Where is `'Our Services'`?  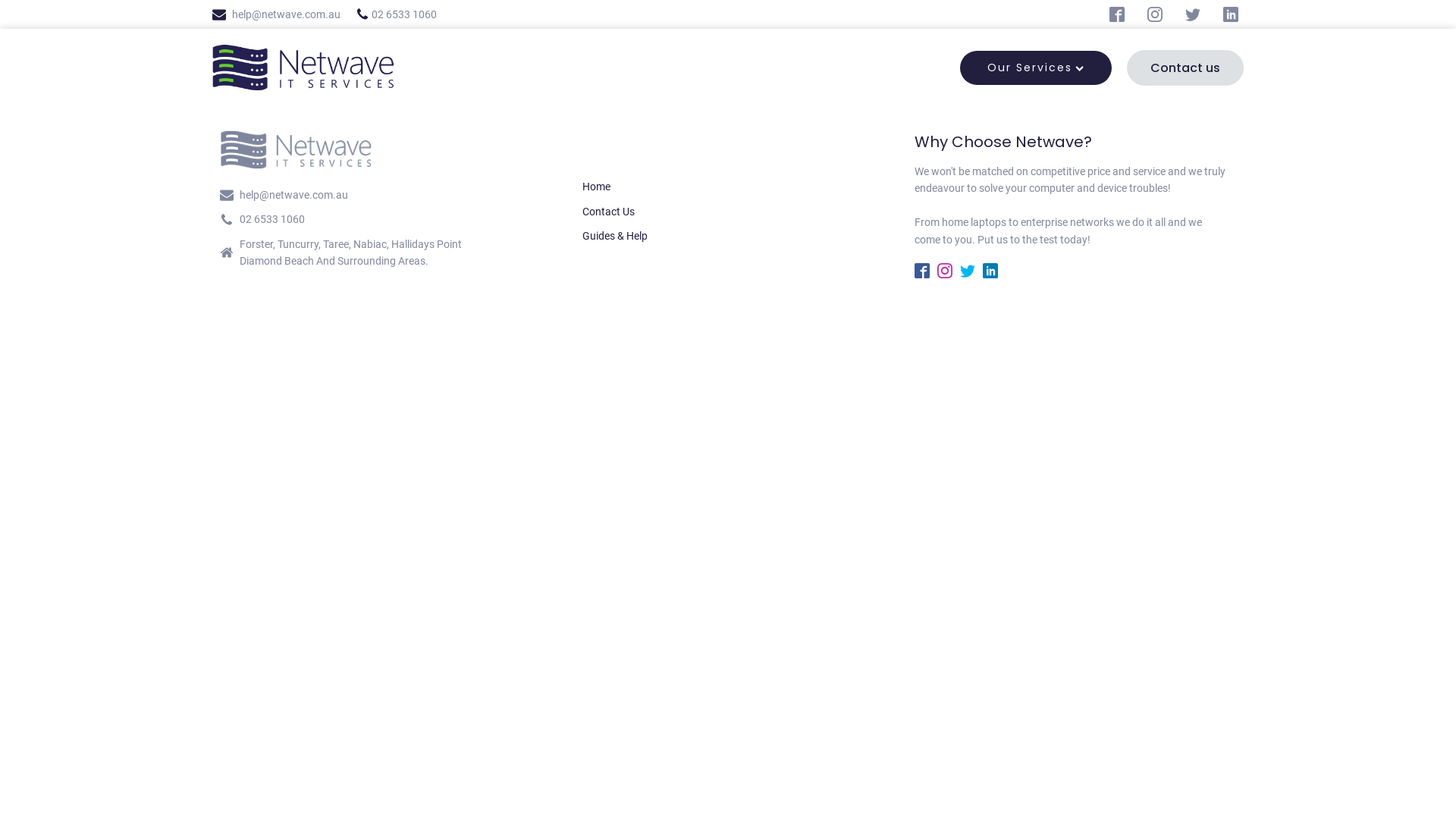 'Our Services' is located at coordinates (1035, 66).